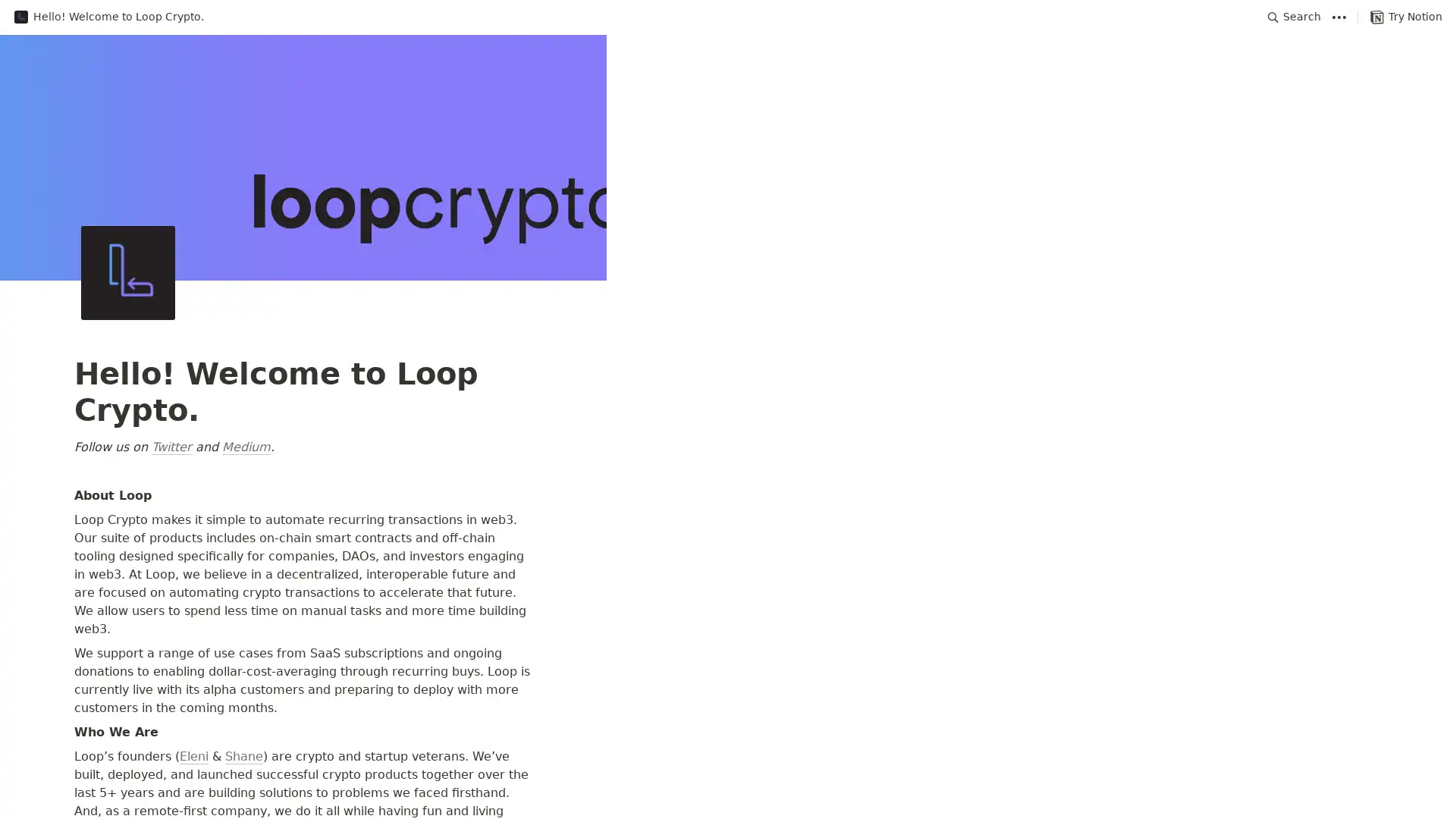 Image resolution: width=1456 pixels, height=819 pixels. Describe the element at coordinates (108, 17) in the screenshot. I see `Hello! Welcome to Loop Crypto.` at that location.